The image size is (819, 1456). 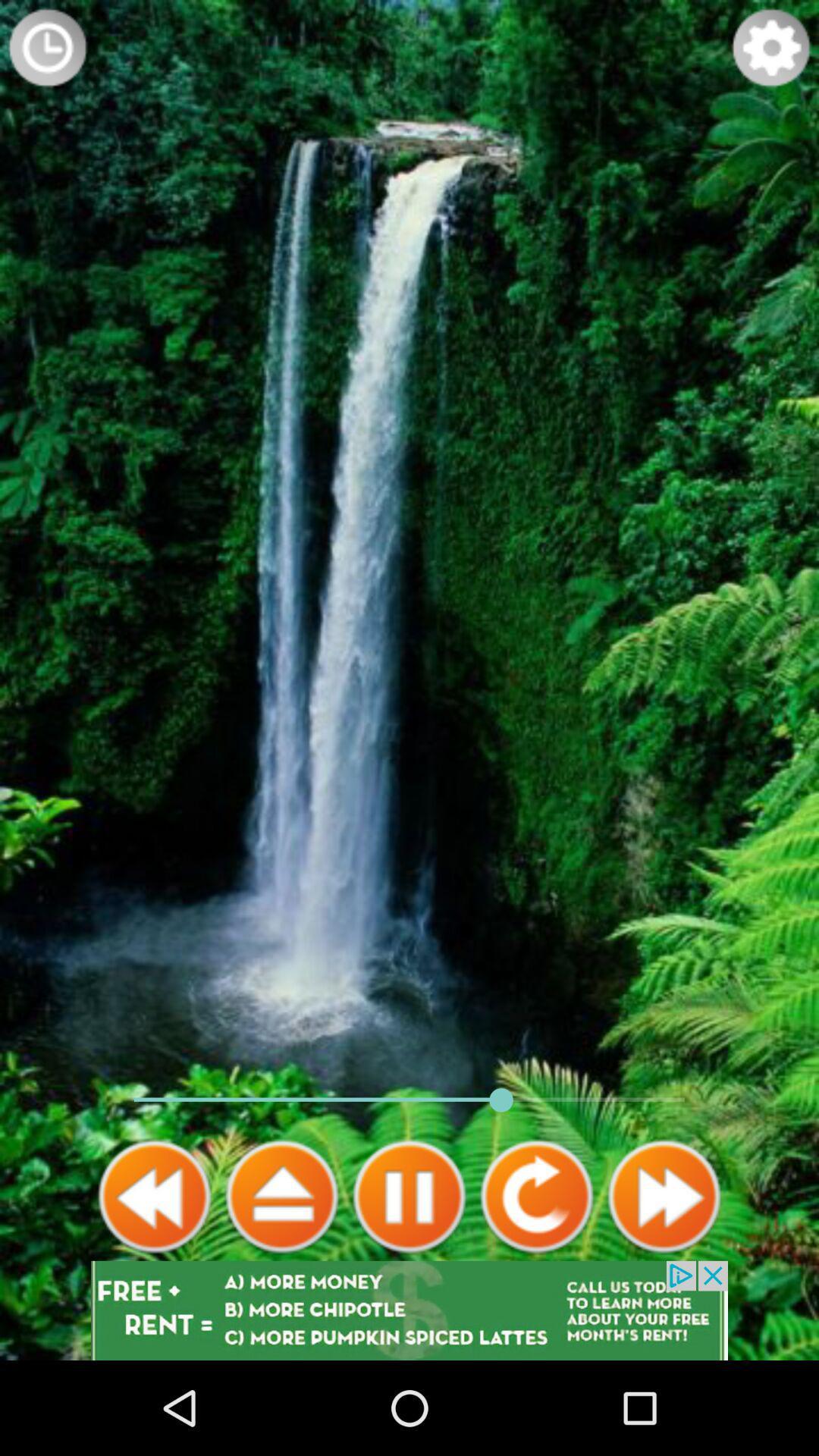 I want to click on next song, so click(x=663, y=1196).